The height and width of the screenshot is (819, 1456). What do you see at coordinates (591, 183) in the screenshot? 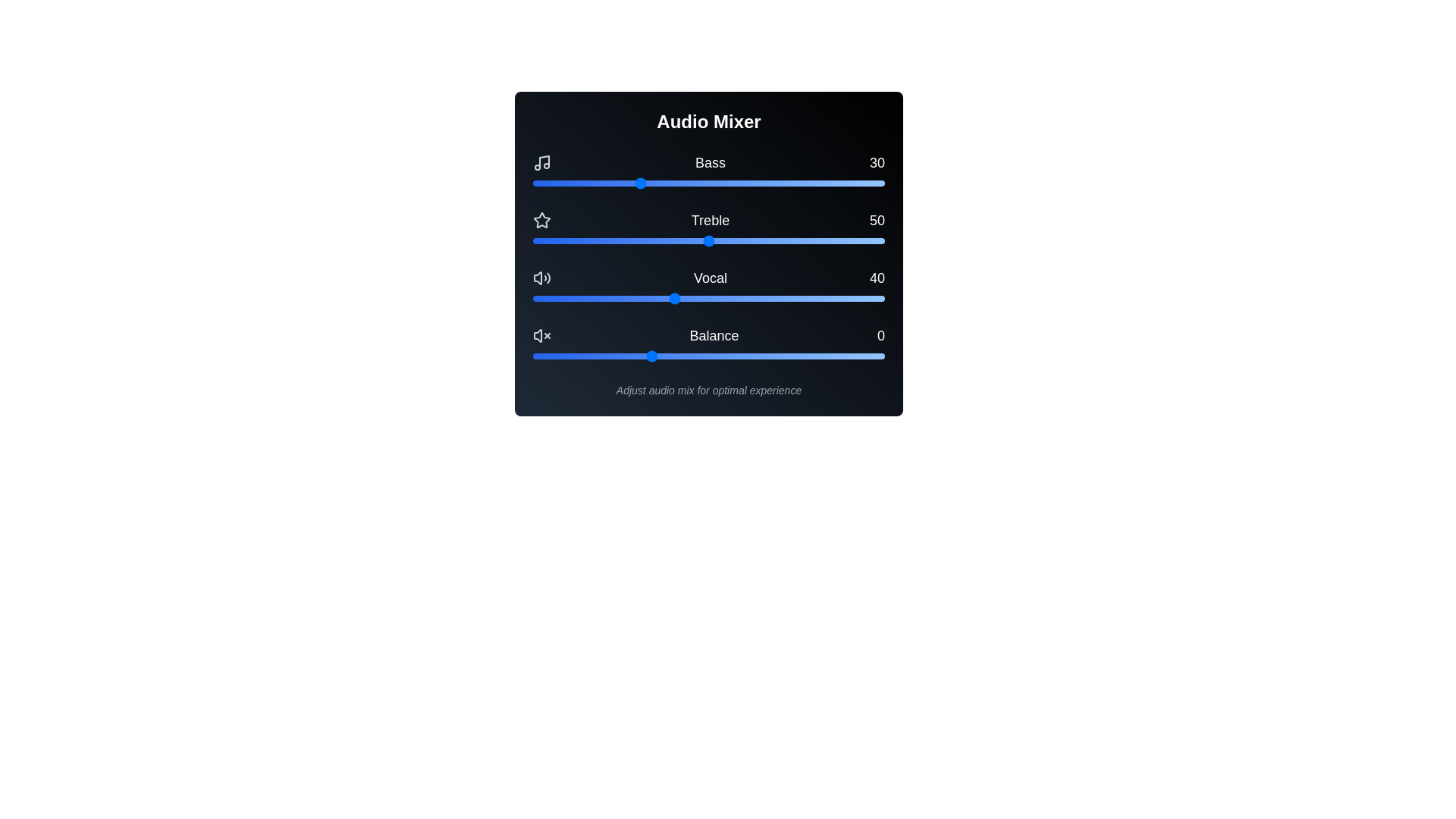
I see `the bass slider to 17 by dragging it to the desired position` at bounding box center [591, 183].